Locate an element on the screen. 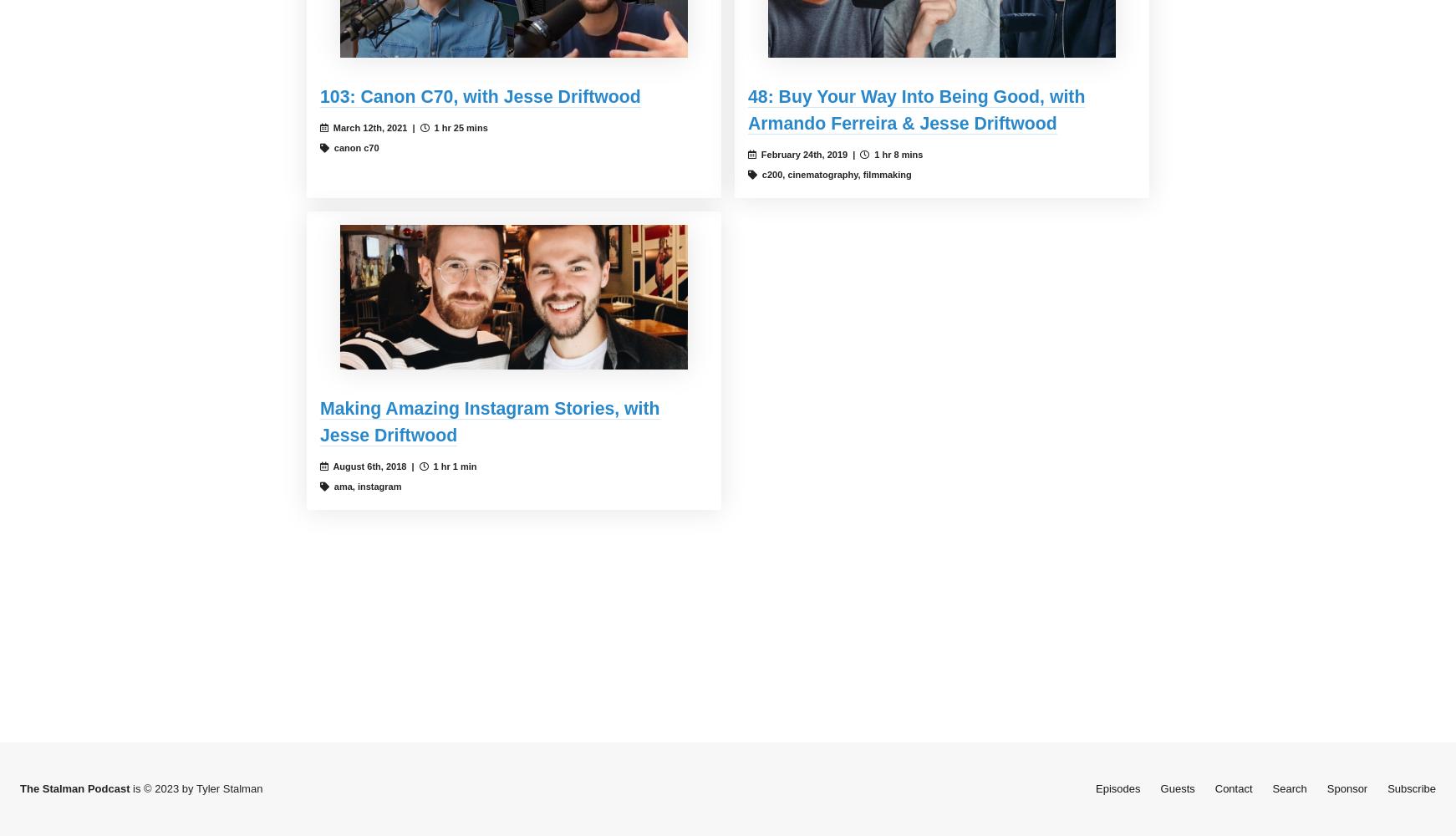 The width and height of the screenshot is (1456, 836). '1 hr 1 min' is located at coordinates (453, 466).